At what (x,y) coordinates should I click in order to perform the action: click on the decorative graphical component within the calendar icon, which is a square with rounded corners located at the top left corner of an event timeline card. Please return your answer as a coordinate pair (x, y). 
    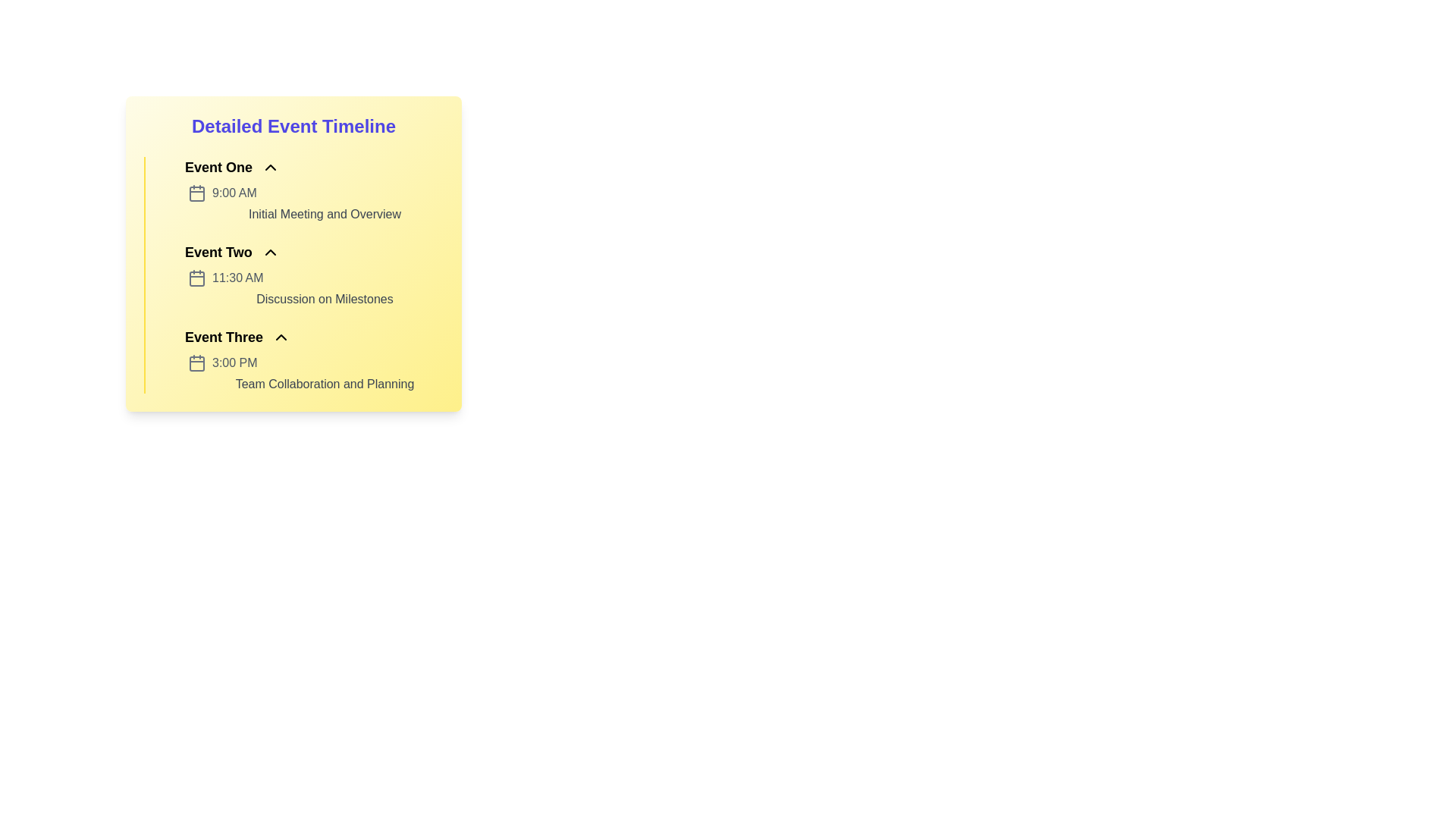
    Looking at the image, I should click on (196, 193).